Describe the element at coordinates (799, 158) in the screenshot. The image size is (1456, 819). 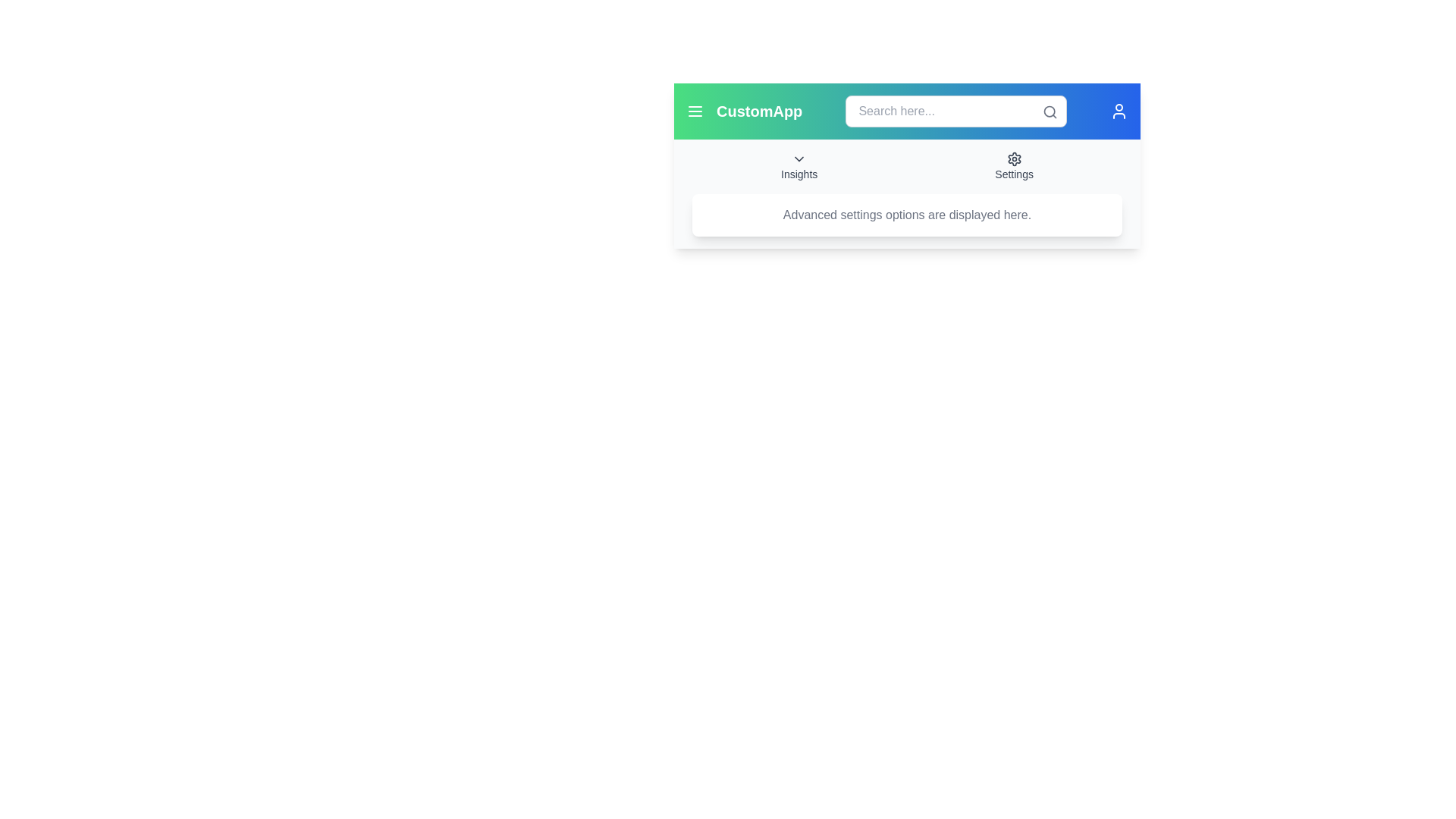
I see `the Dropdown toggle icon located above the 'Insights' text label in the top navigation bar, positioned between the 'CustomApp' branding and the 'Settings' icon` at that location.